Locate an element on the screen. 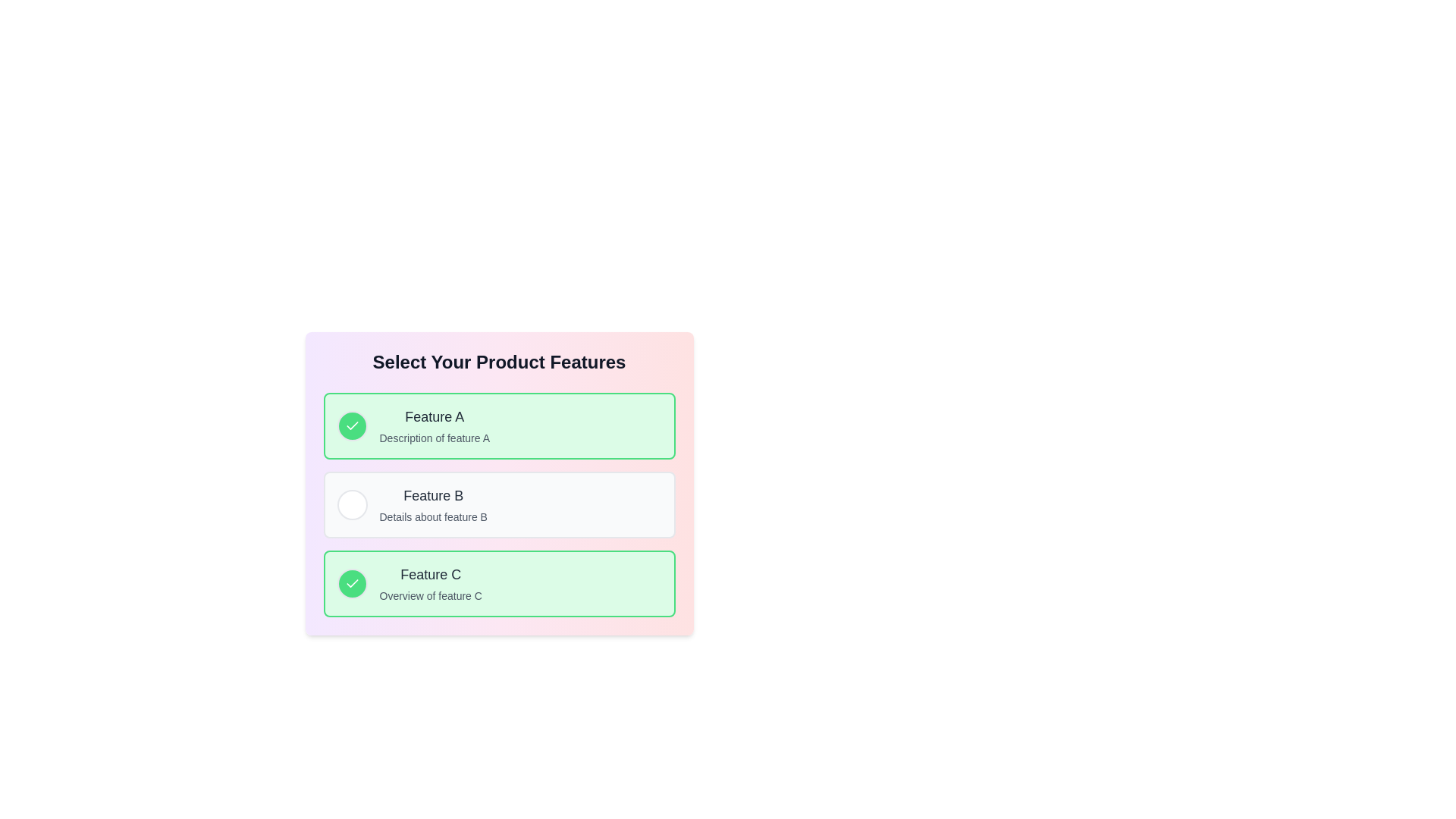 The height and width of the screenshot is (819, 1456). the circular button with a gray border and white background located to the left of the 'Feature B' title is located at coordinates (351, 505).